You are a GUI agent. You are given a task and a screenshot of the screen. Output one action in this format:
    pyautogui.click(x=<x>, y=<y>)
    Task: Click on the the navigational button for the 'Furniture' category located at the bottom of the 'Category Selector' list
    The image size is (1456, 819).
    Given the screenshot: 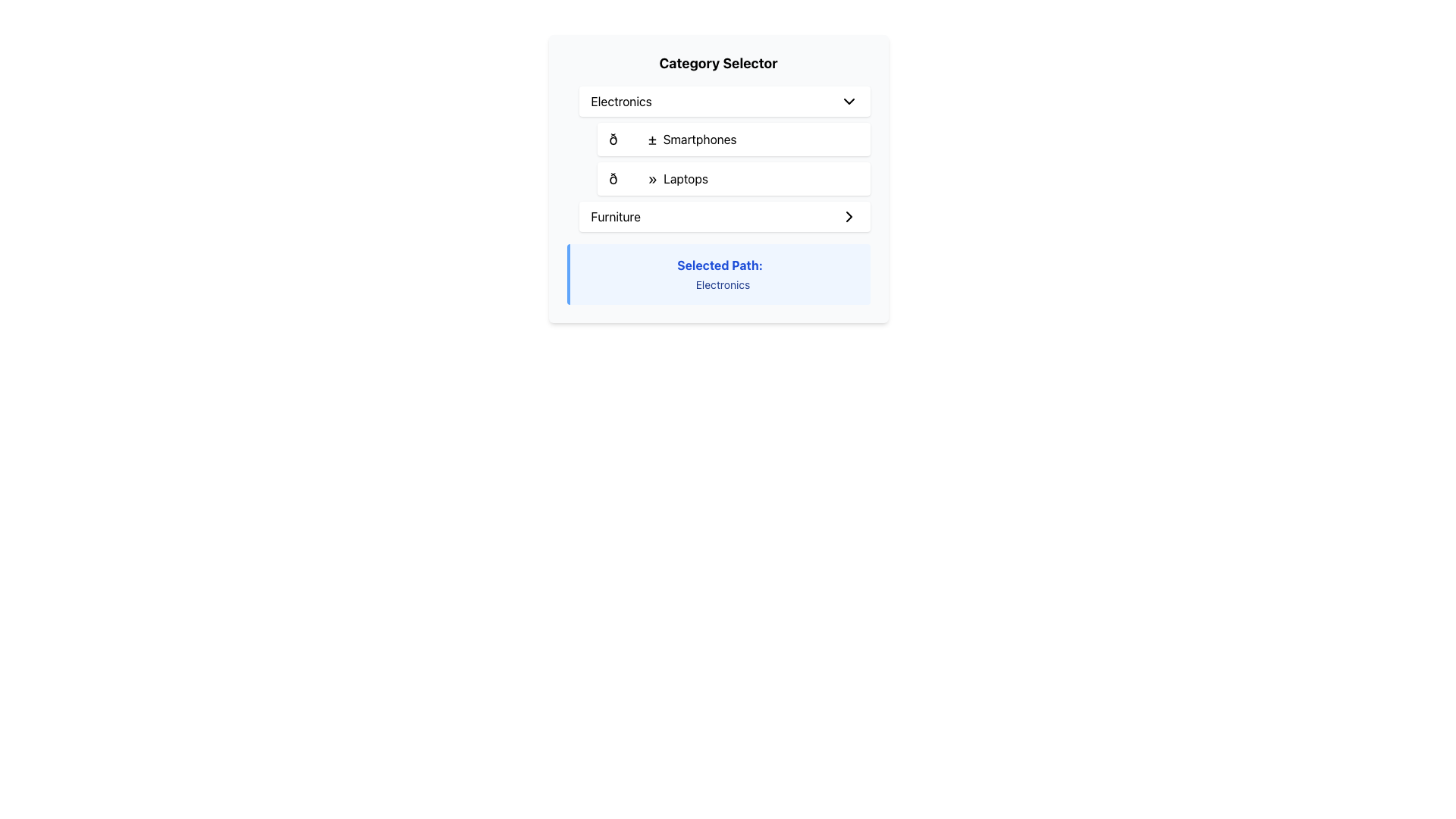 What is the action you would take?
    pyautogui.click(x=723, y=216)
    